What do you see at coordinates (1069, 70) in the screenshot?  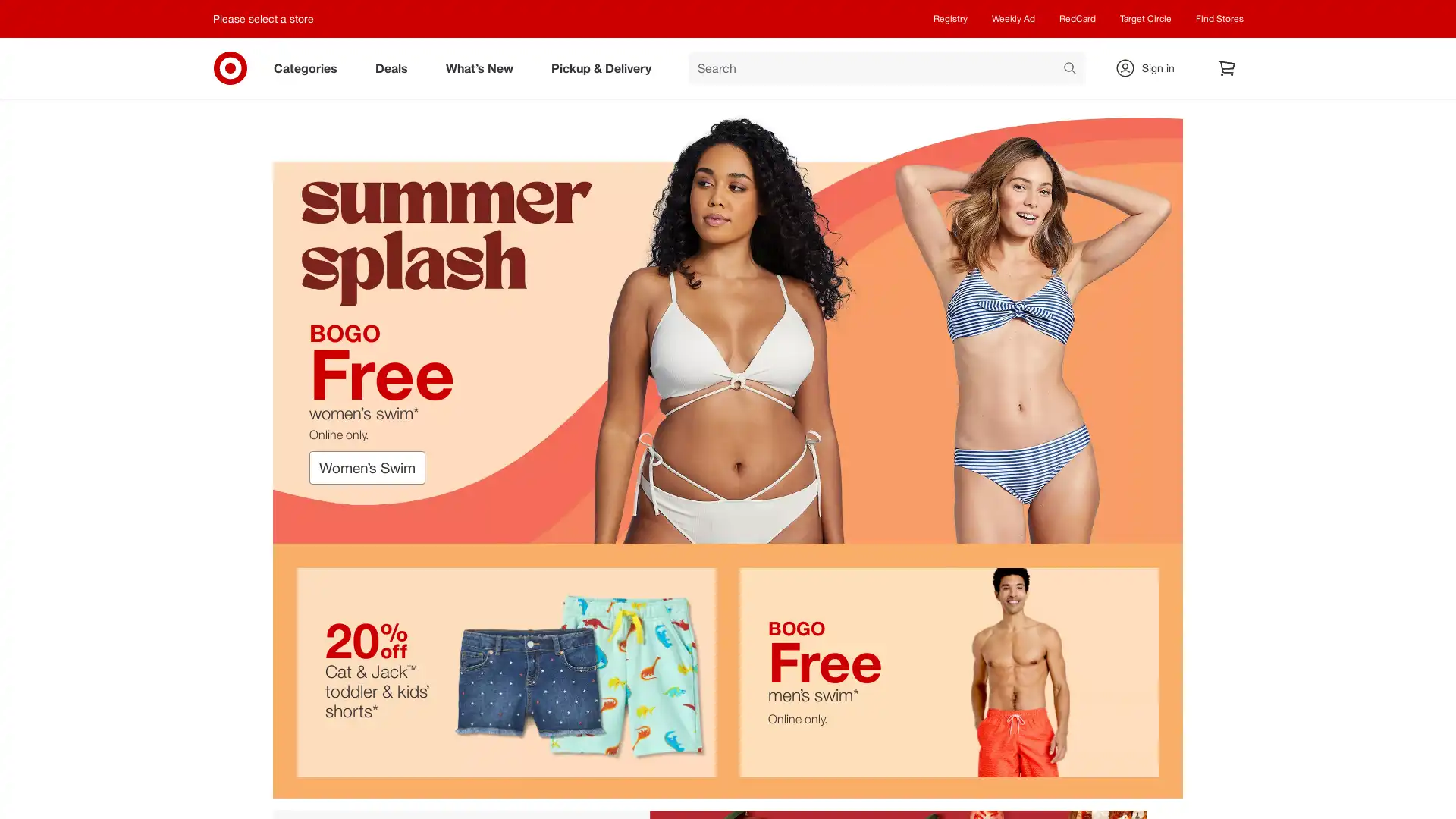 I see `go` at bounding box center [1069, 70].